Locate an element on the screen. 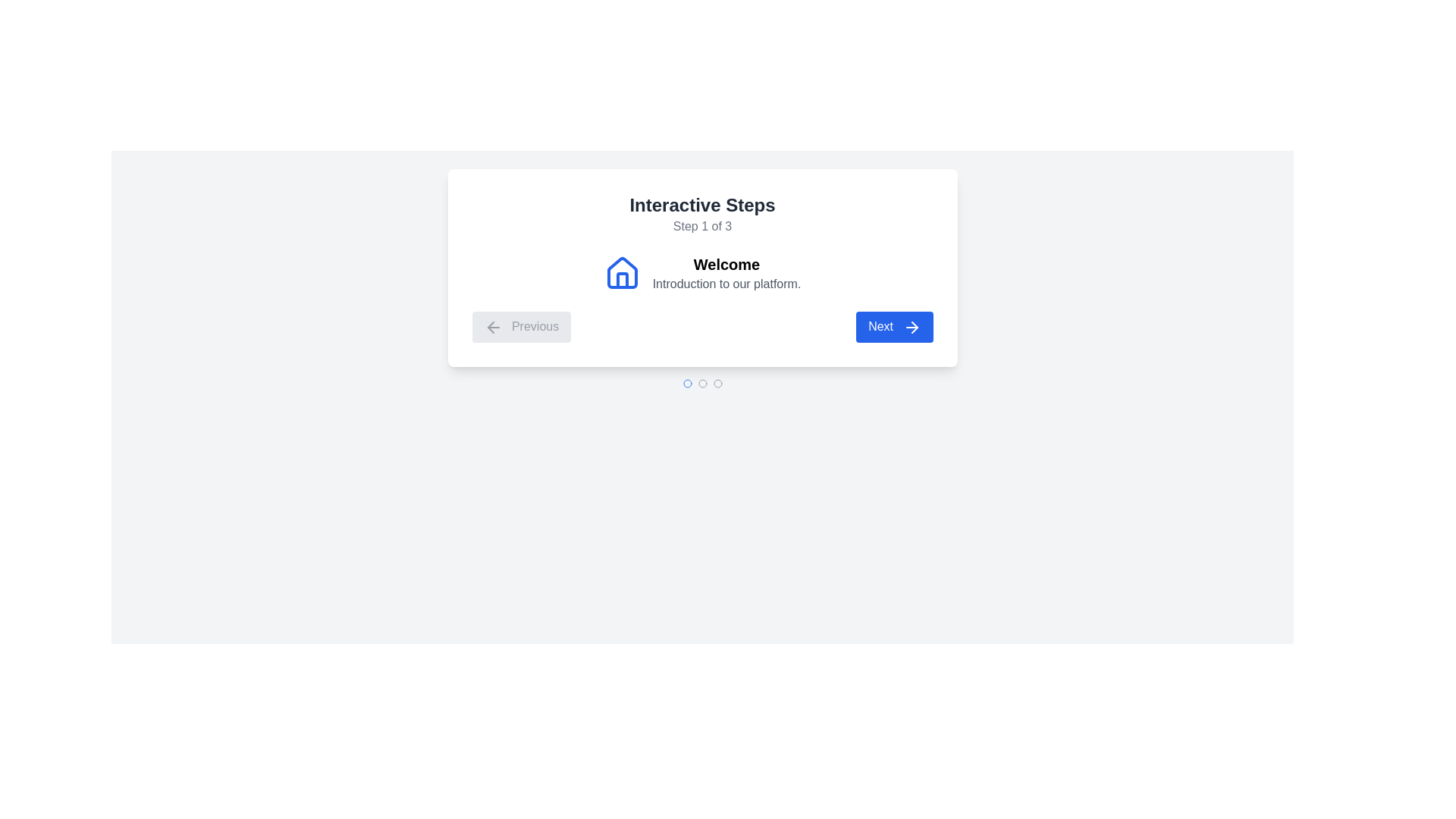 The height and width of the screenshot is (819, 1456). the second navigation step indicator circle, which is positioned at the bottom center of the interface, directly below the main content box is located at coordinates (701, 382).